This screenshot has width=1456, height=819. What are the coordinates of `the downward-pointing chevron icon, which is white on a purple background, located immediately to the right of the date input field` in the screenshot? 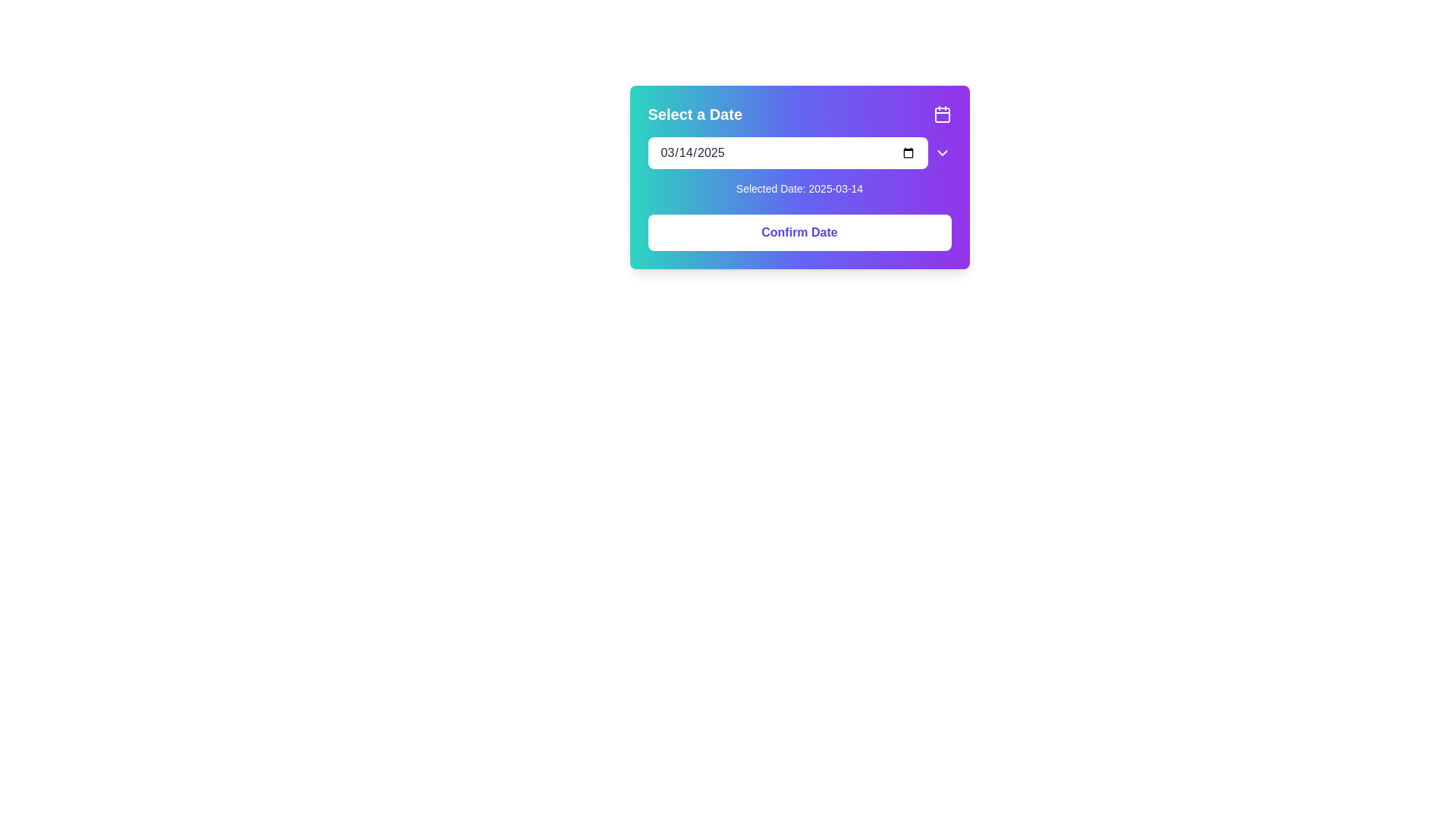 It's located at (942, 152).